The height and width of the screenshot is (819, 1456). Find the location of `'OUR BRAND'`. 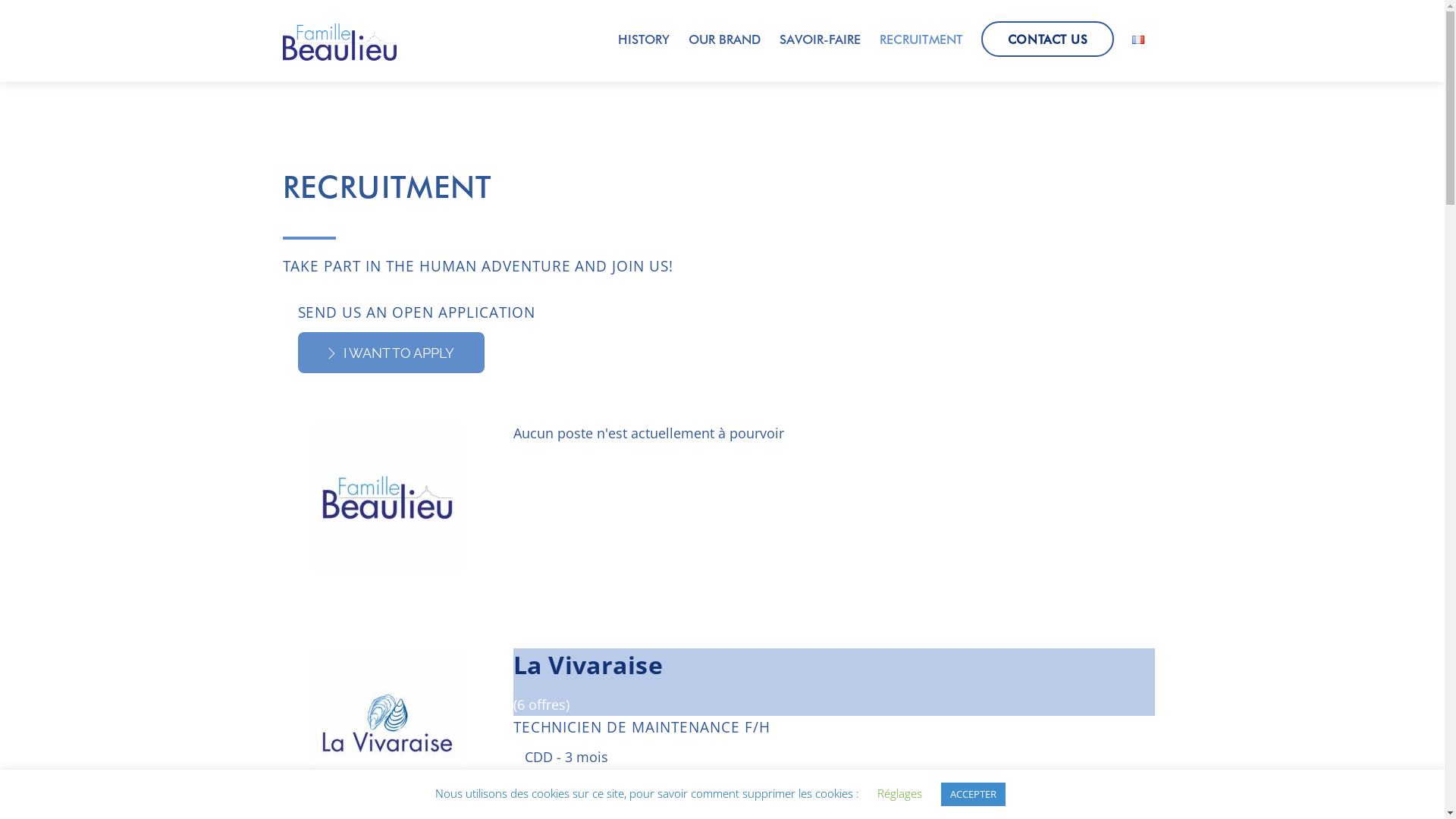

'OUR BRAND' is located at coordinates (723, 39).